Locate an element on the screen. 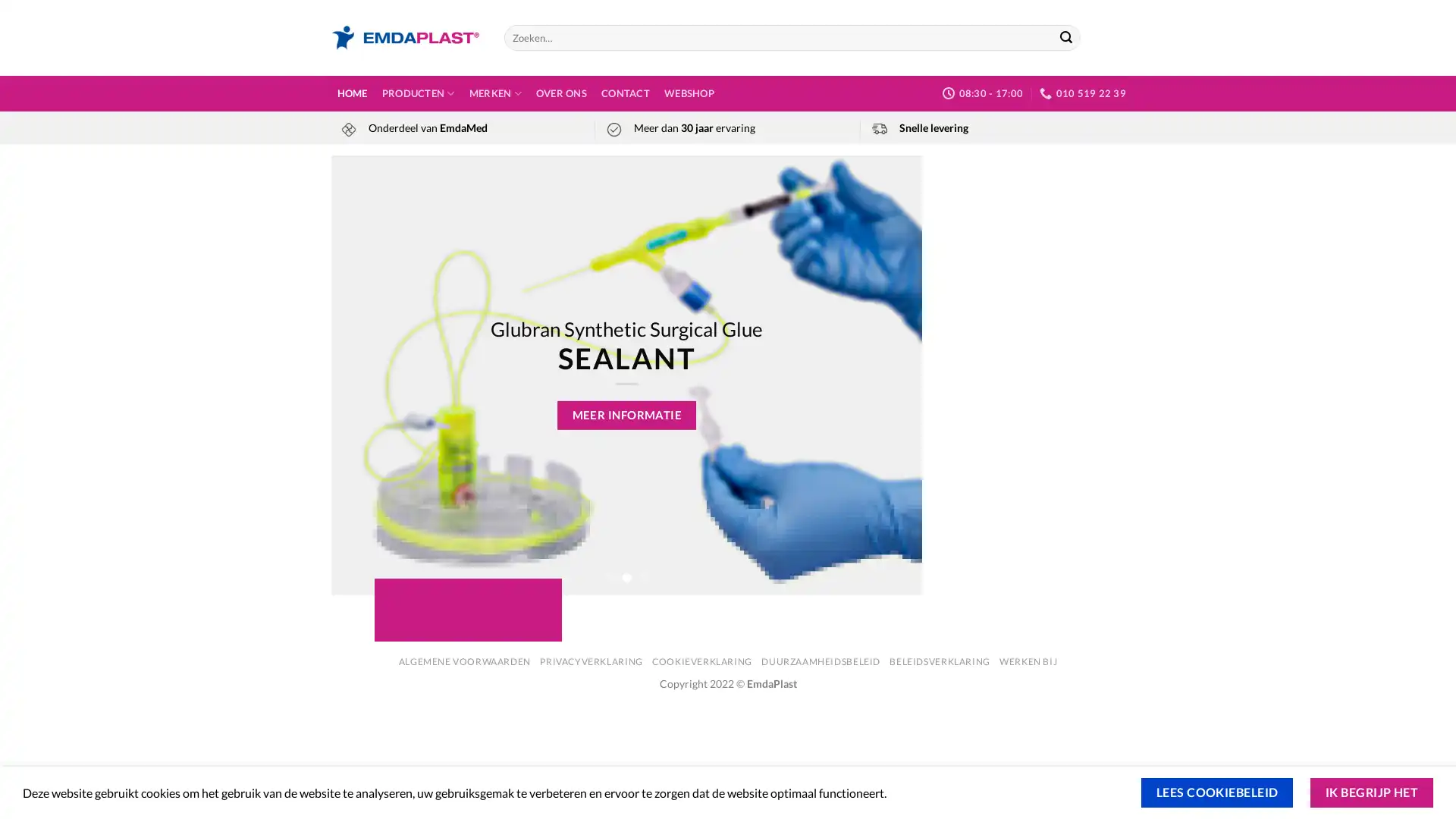 The height and width of the screenshot is (819, 1456). Submit is located at coordinates (1065, 36).